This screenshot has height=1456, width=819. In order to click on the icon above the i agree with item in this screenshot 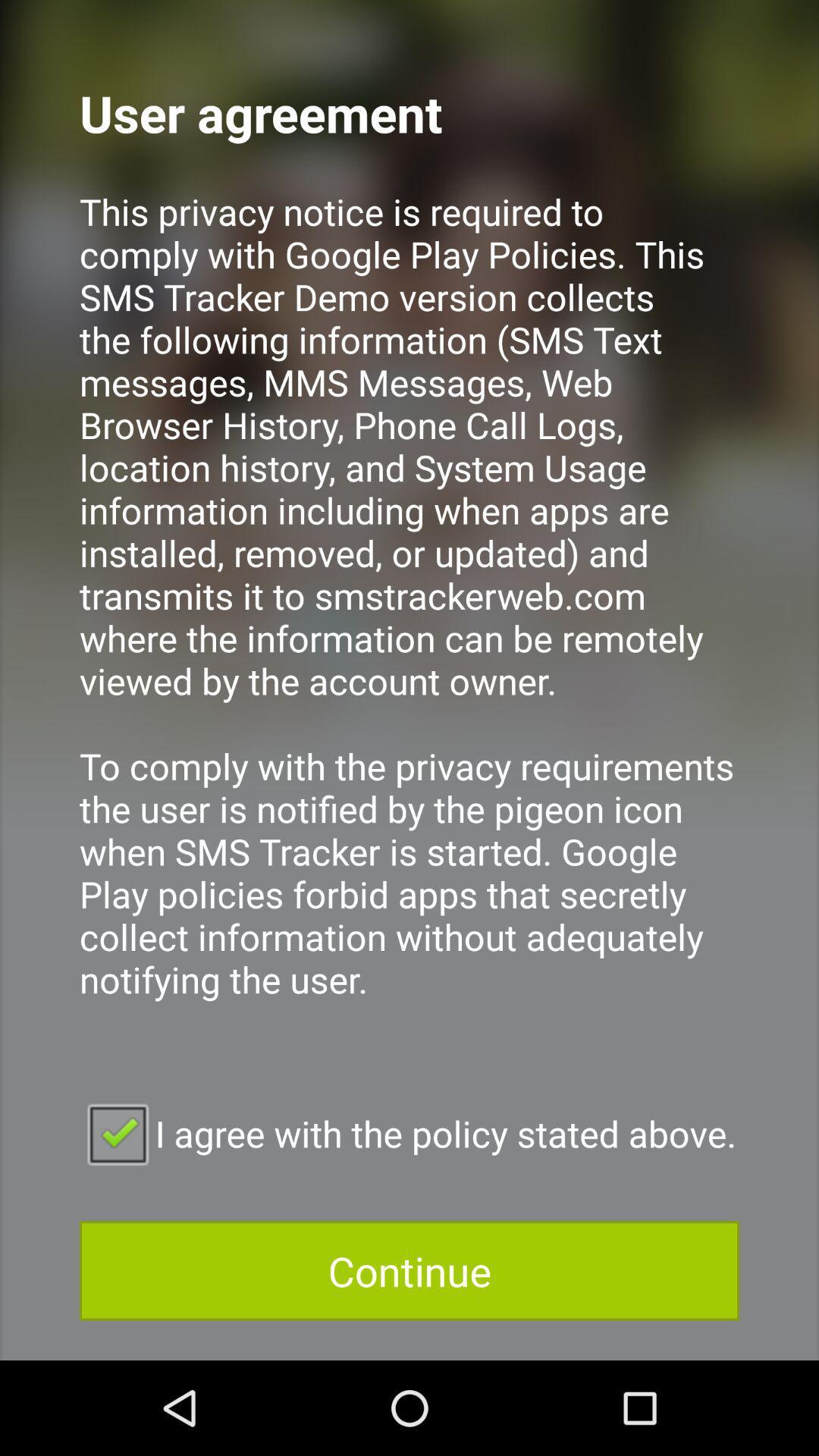, I will do `click(409, 616)`.